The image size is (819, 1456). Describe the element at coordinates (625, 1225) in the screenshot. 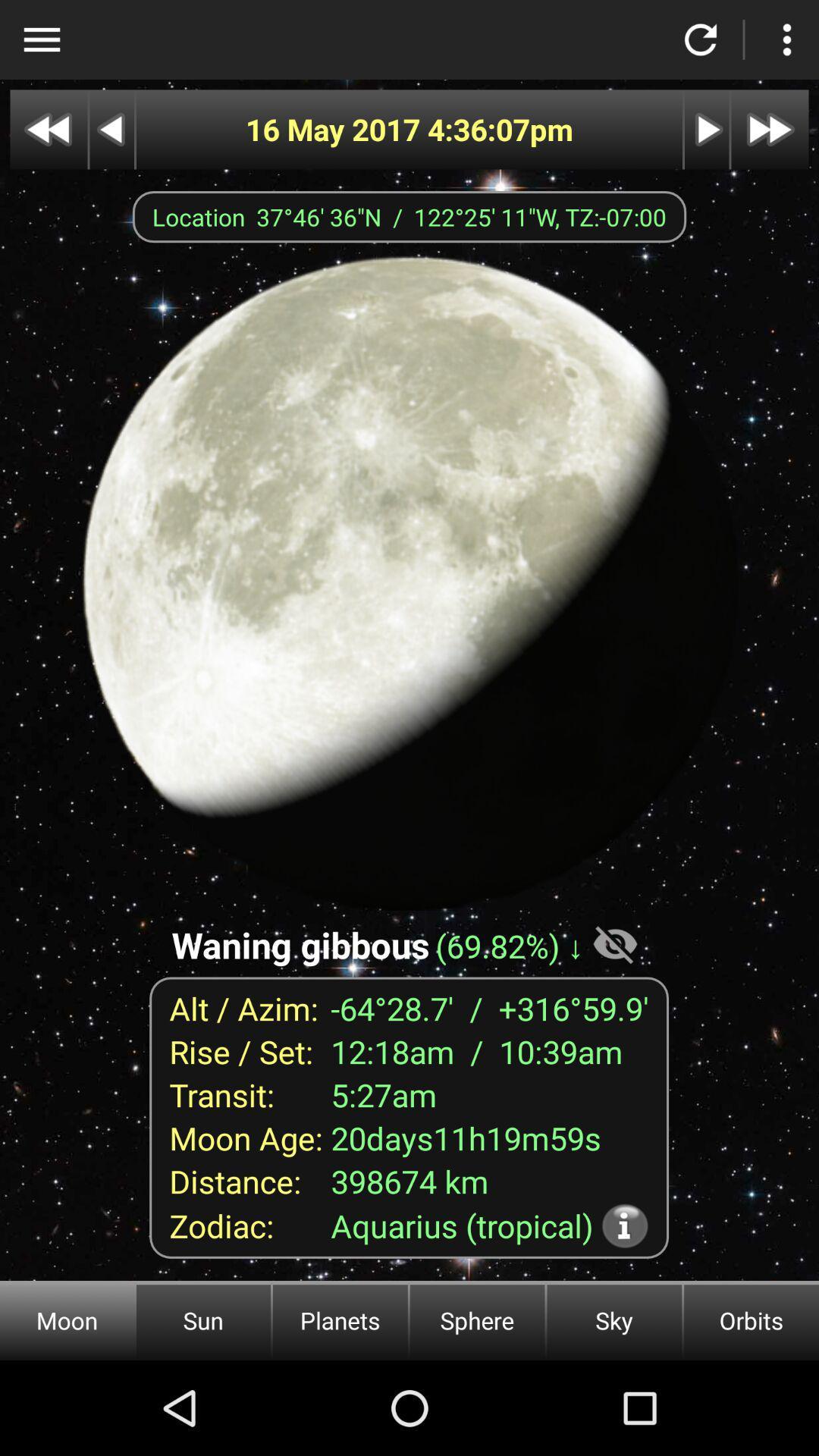

I see `icon next to the aquarius (tropical) item` at that location.